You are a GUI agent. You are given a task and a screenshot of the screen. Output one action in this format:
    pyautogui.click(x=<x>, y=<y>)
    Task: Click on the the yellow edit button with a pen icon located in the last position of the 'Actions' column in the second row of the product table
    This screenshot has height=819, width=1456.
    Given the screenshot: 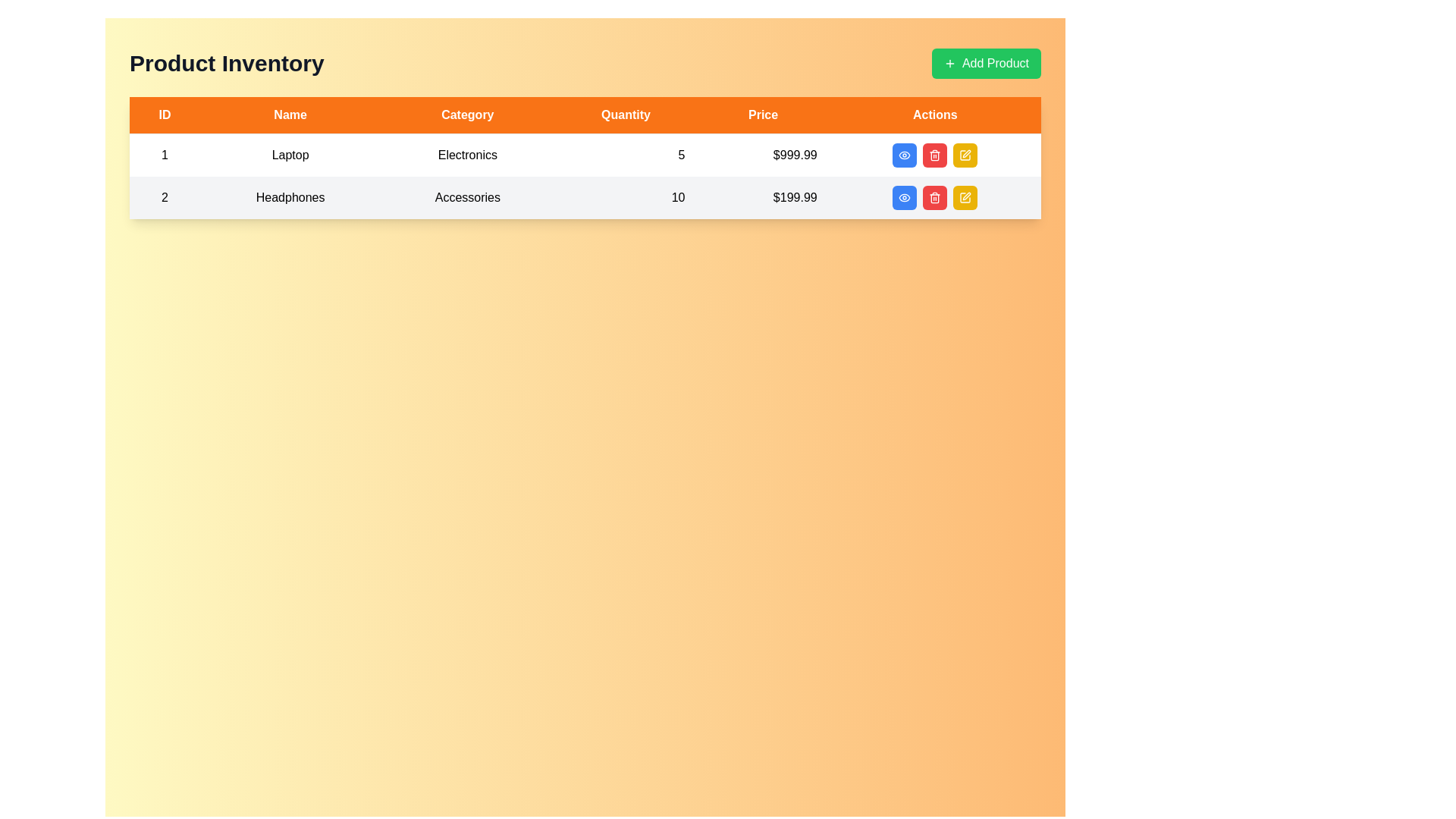 What is the action you would take?
    pyautogui.click(x=965, y=197)
    